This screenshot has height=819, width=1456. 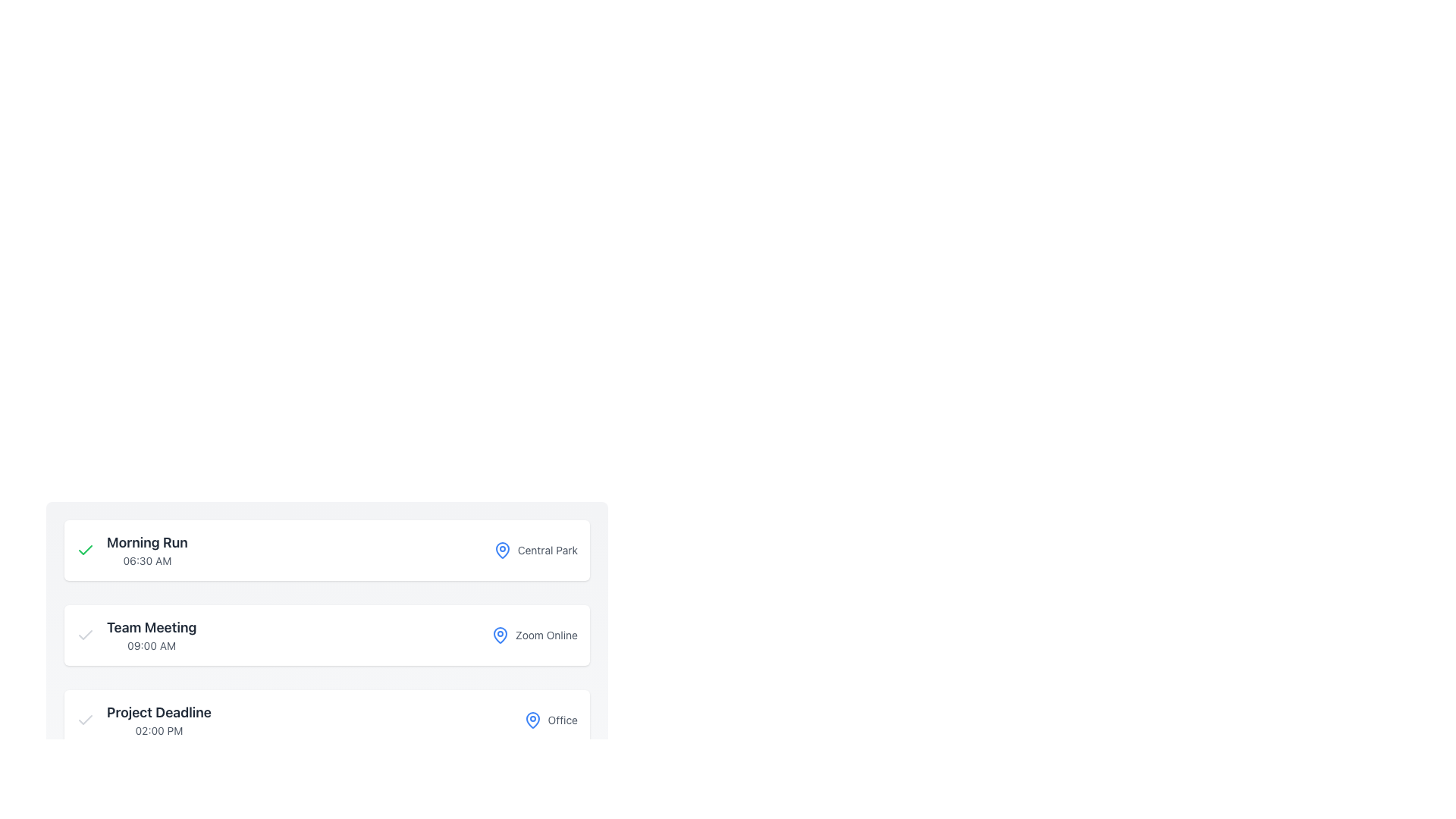 What do you see at coordinates (326, 550) in the screenshot?
I see `the event panel labeled 'Morning Run'` at bounding box center [326, 550].